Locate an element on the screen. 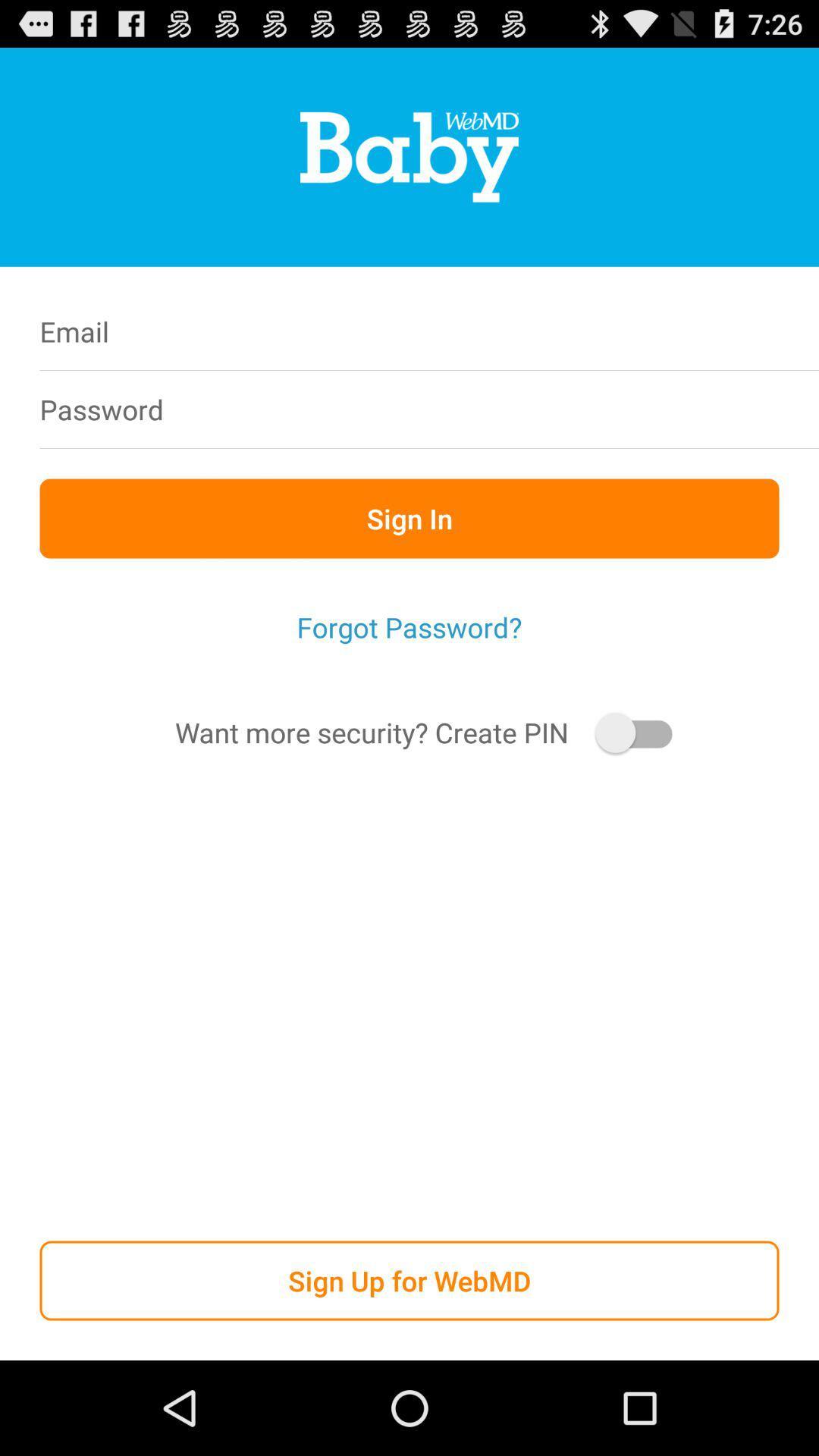  the sign up for is located at coordinates (409, 1280).